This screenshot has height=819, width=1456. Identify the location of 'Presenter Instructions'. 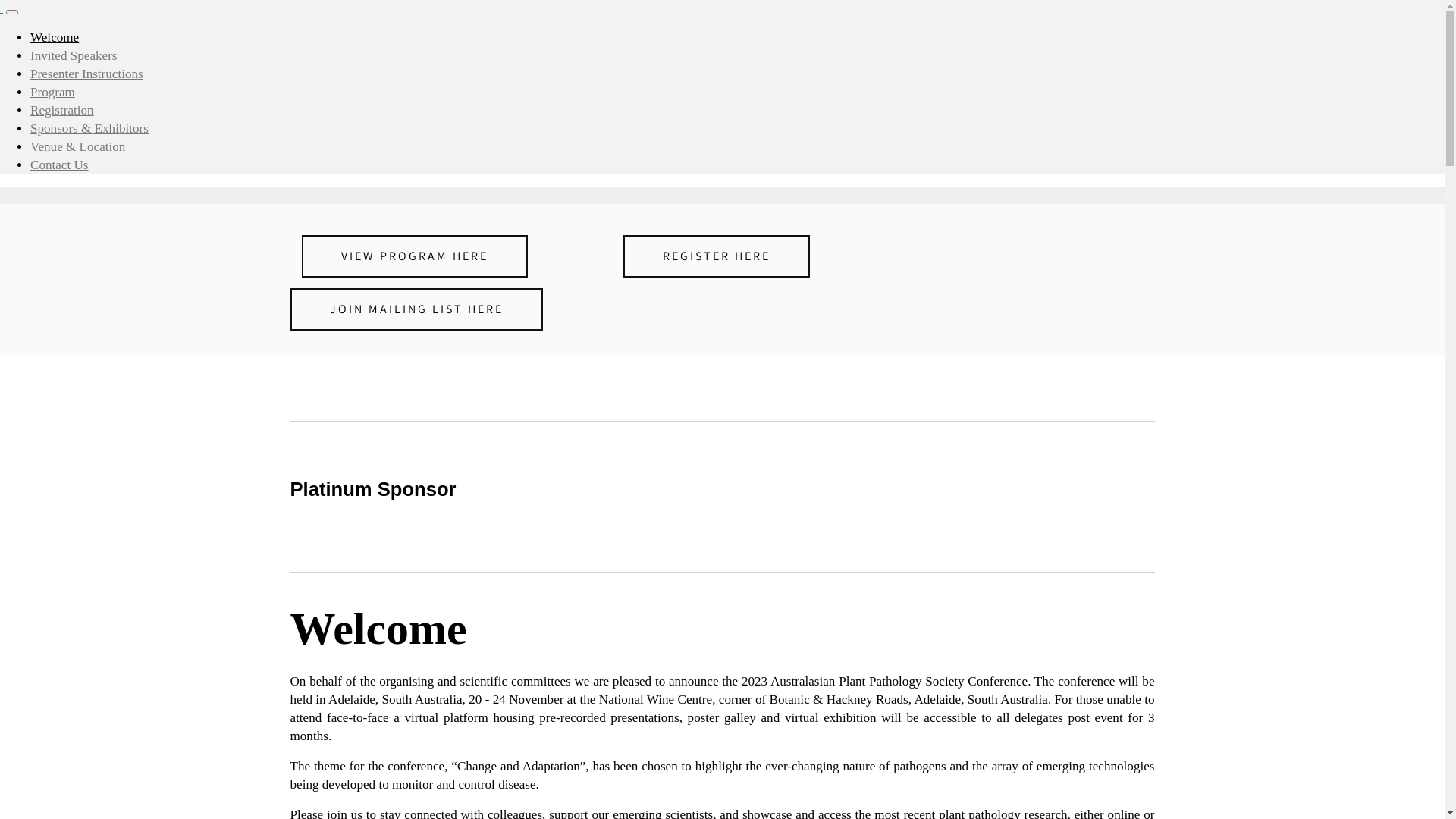
(86, 74).